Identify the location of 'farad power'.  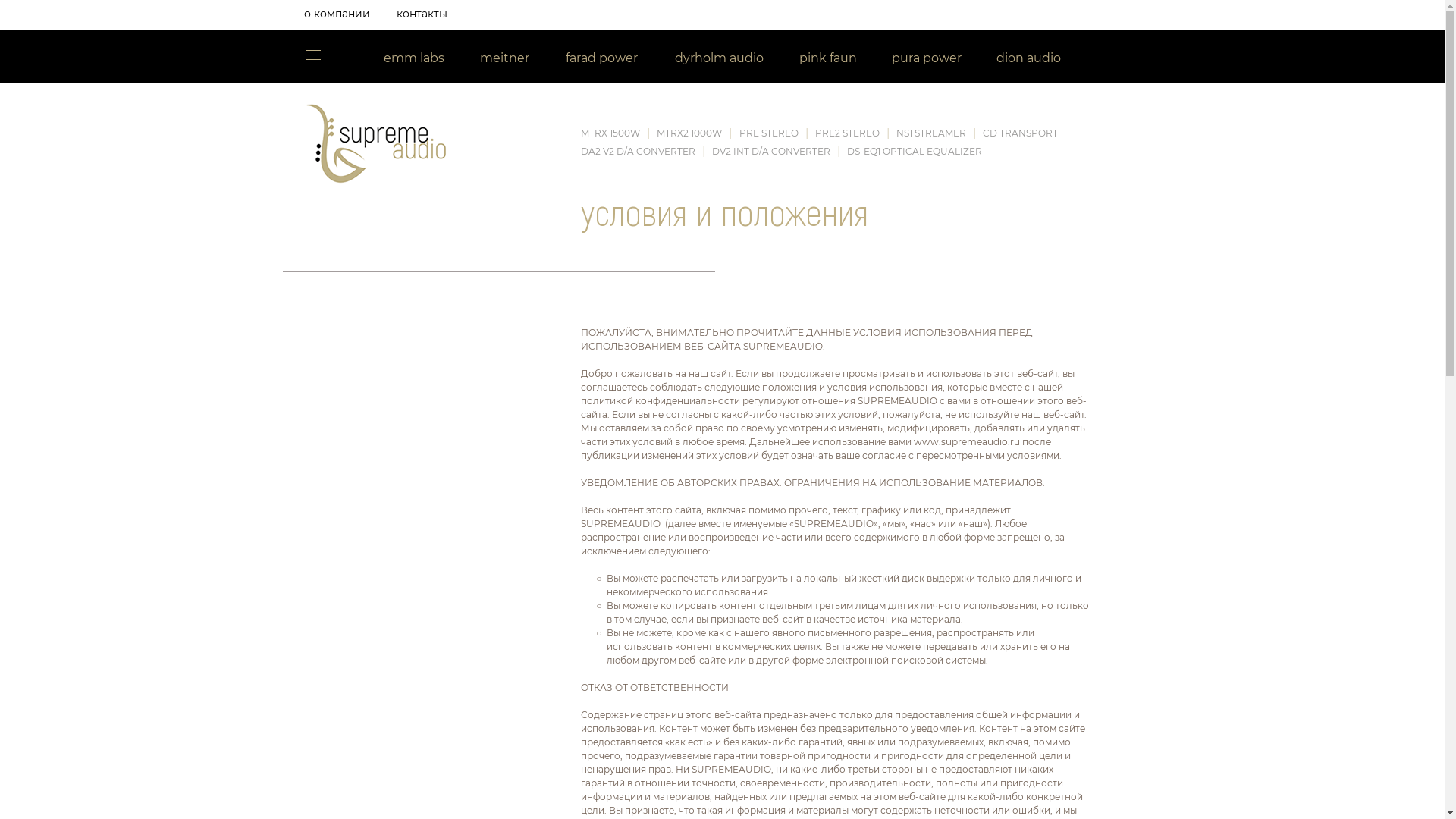
(546, 58).